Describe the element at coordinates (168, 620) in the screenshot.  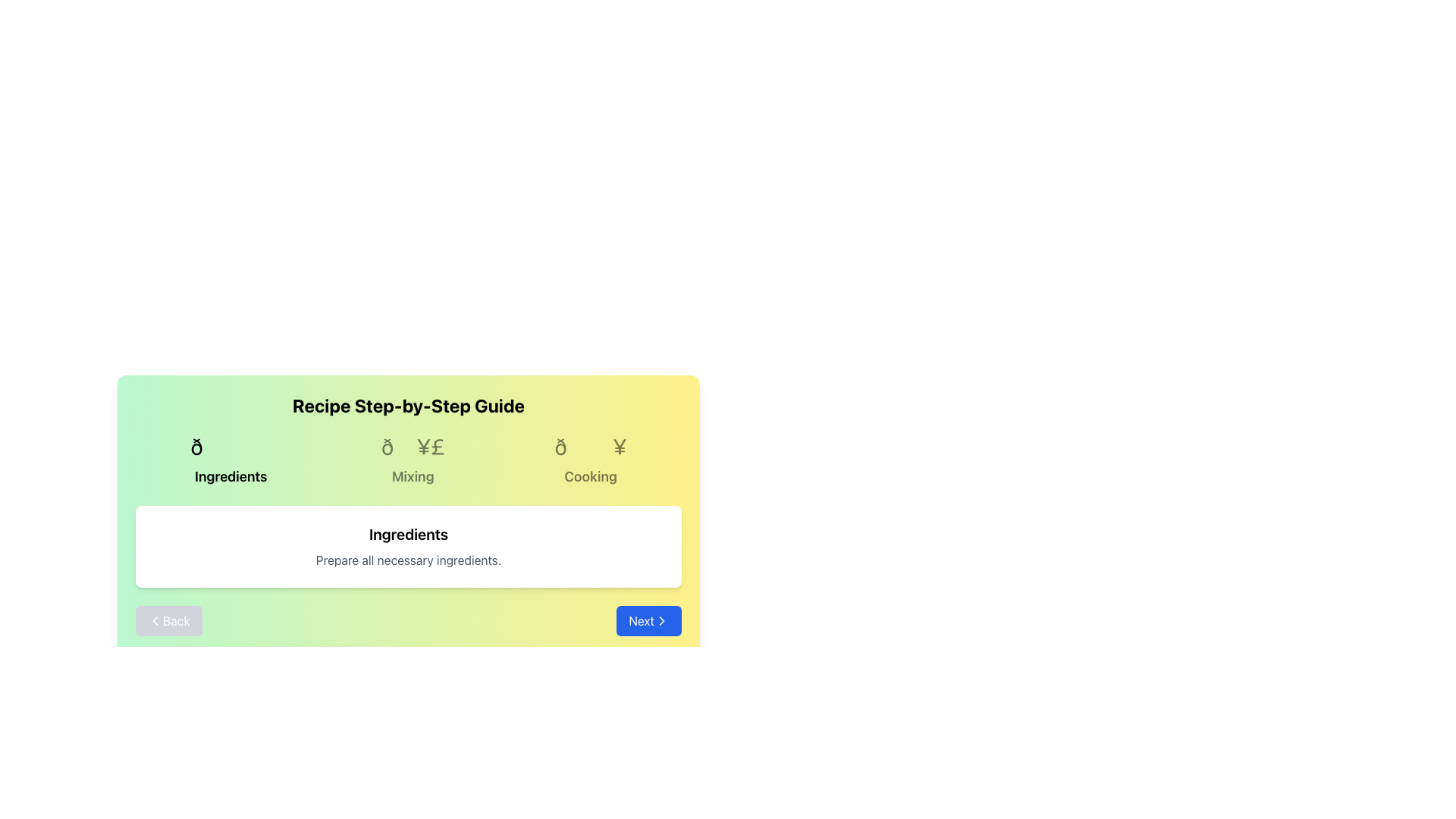
I see `the blue 'Back' button with white text and a left-pointing arrow icon` at that location.